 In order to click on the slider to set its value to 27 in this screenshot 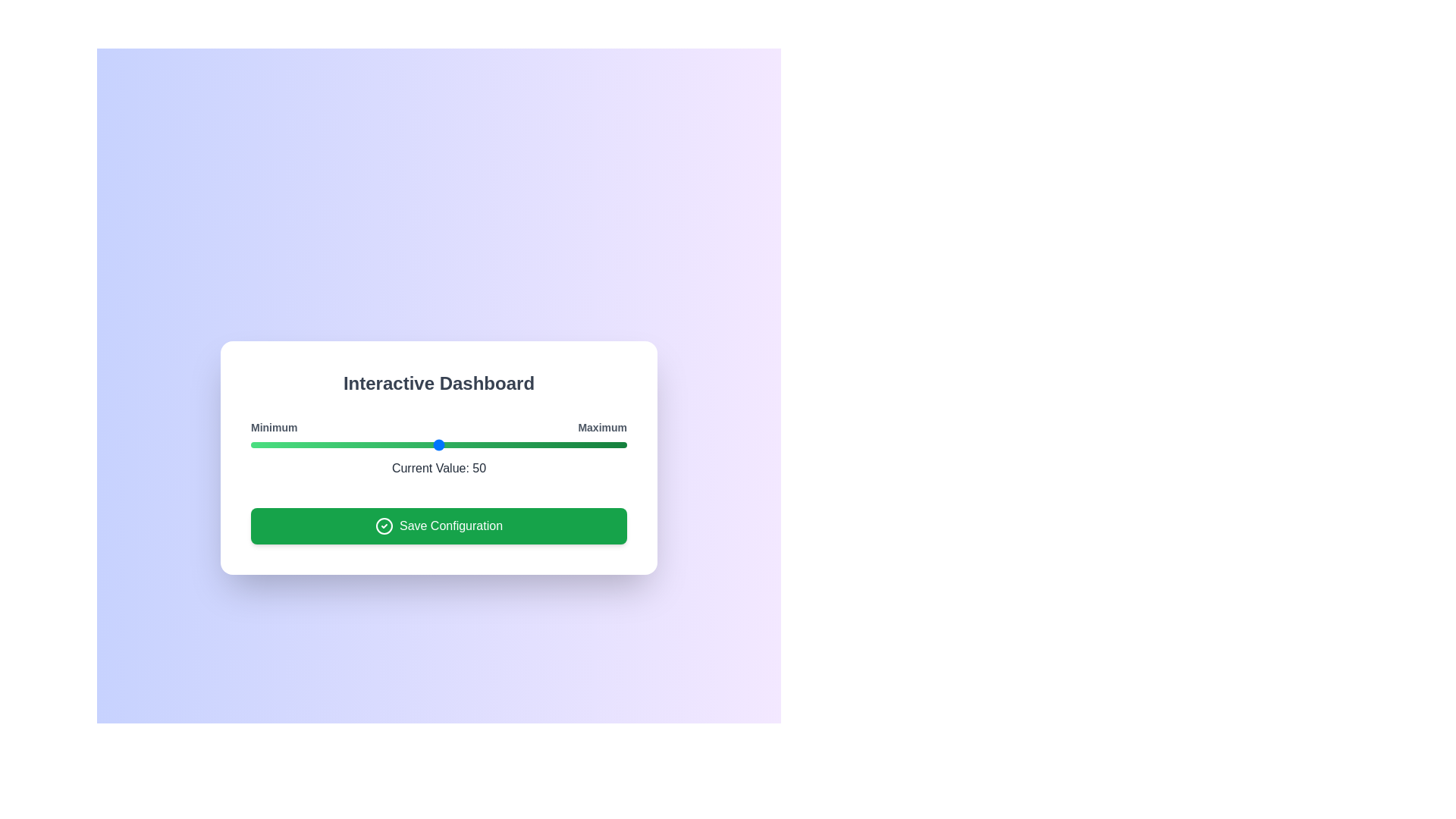, I will do `click(351, 444)`.